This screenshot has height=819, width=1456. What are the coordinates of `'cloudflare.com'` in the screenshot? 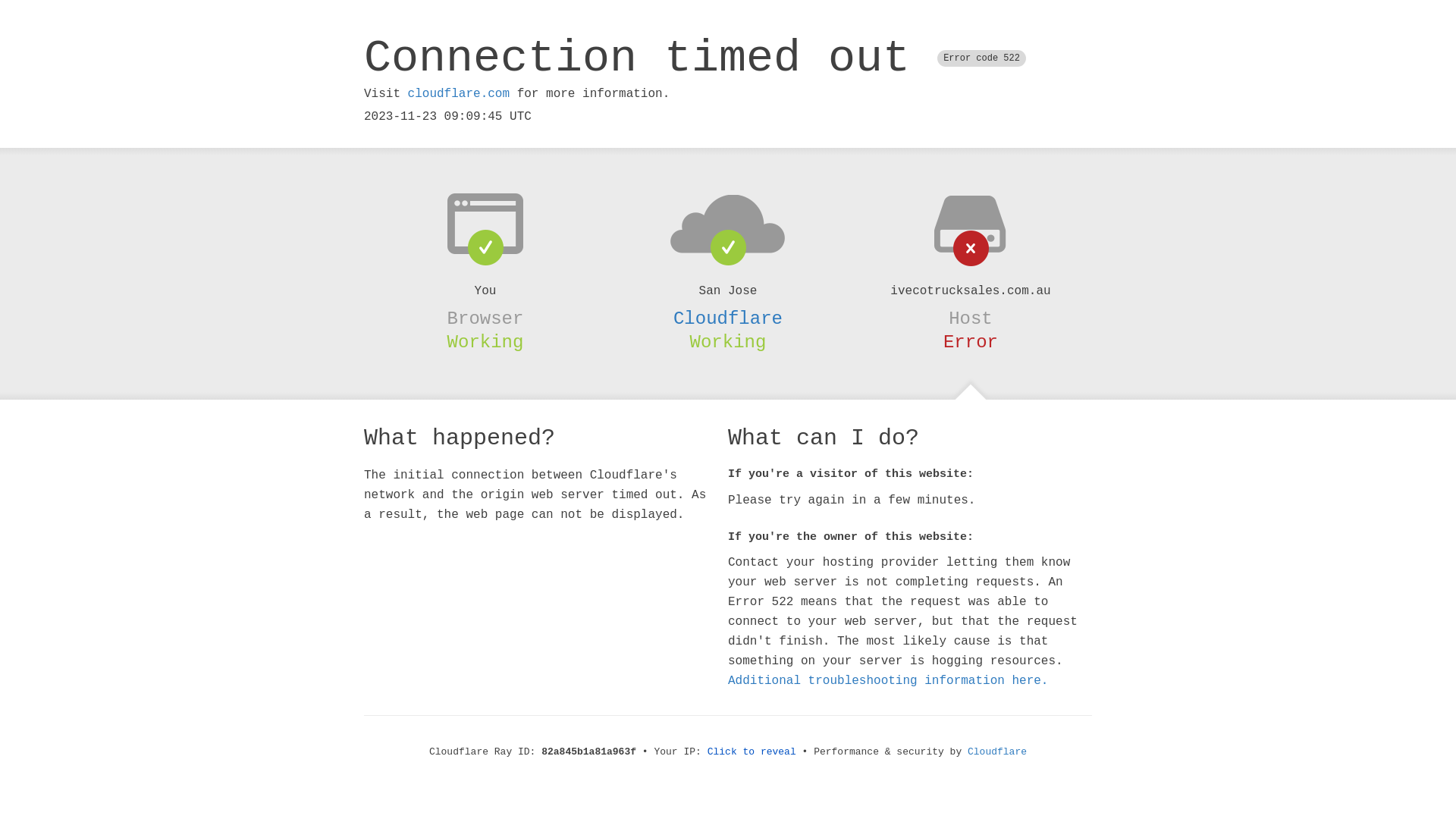 It's located at (457, 93).